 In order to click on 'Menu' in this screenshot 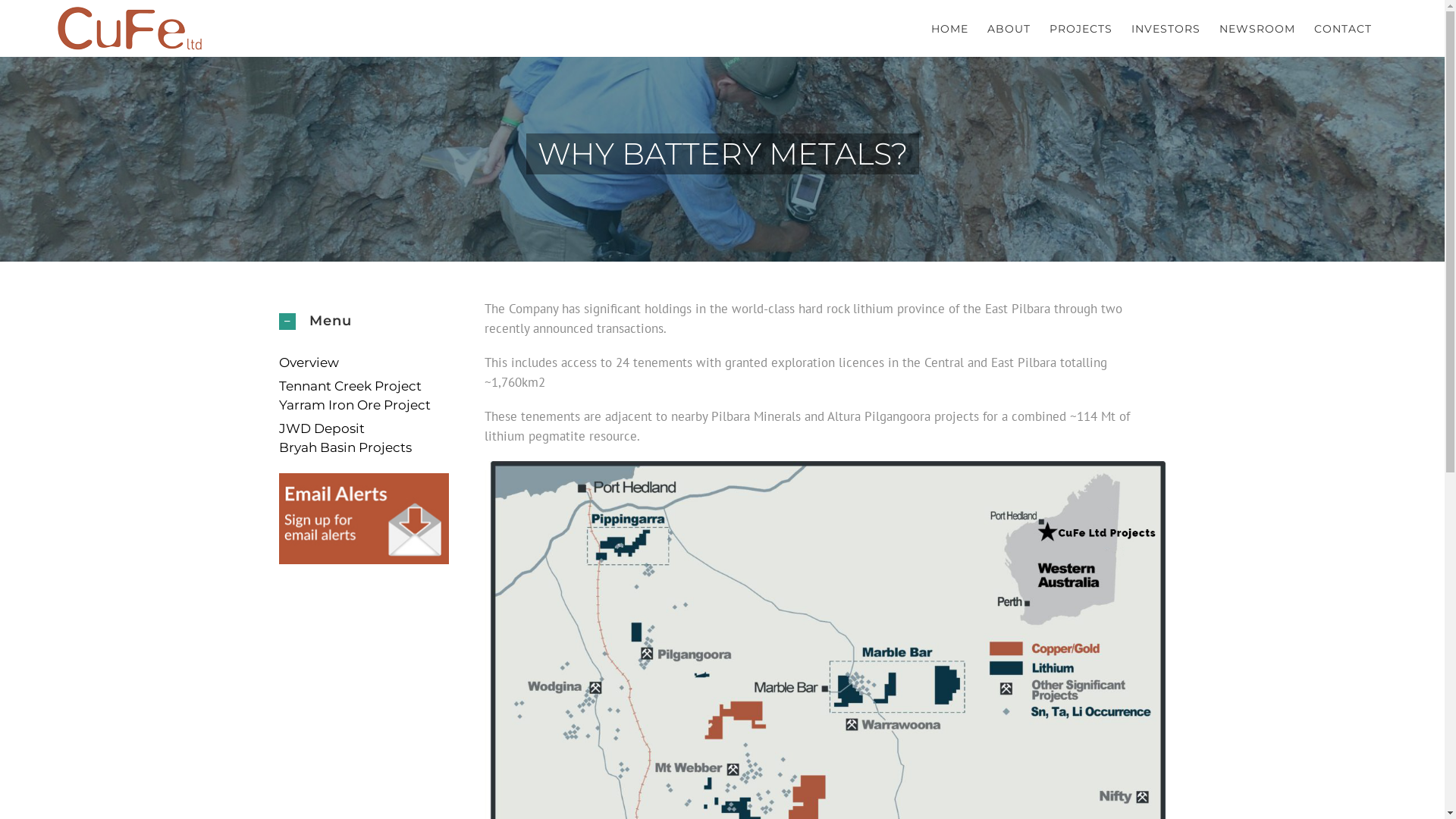, I will do `click(364, 320)`.